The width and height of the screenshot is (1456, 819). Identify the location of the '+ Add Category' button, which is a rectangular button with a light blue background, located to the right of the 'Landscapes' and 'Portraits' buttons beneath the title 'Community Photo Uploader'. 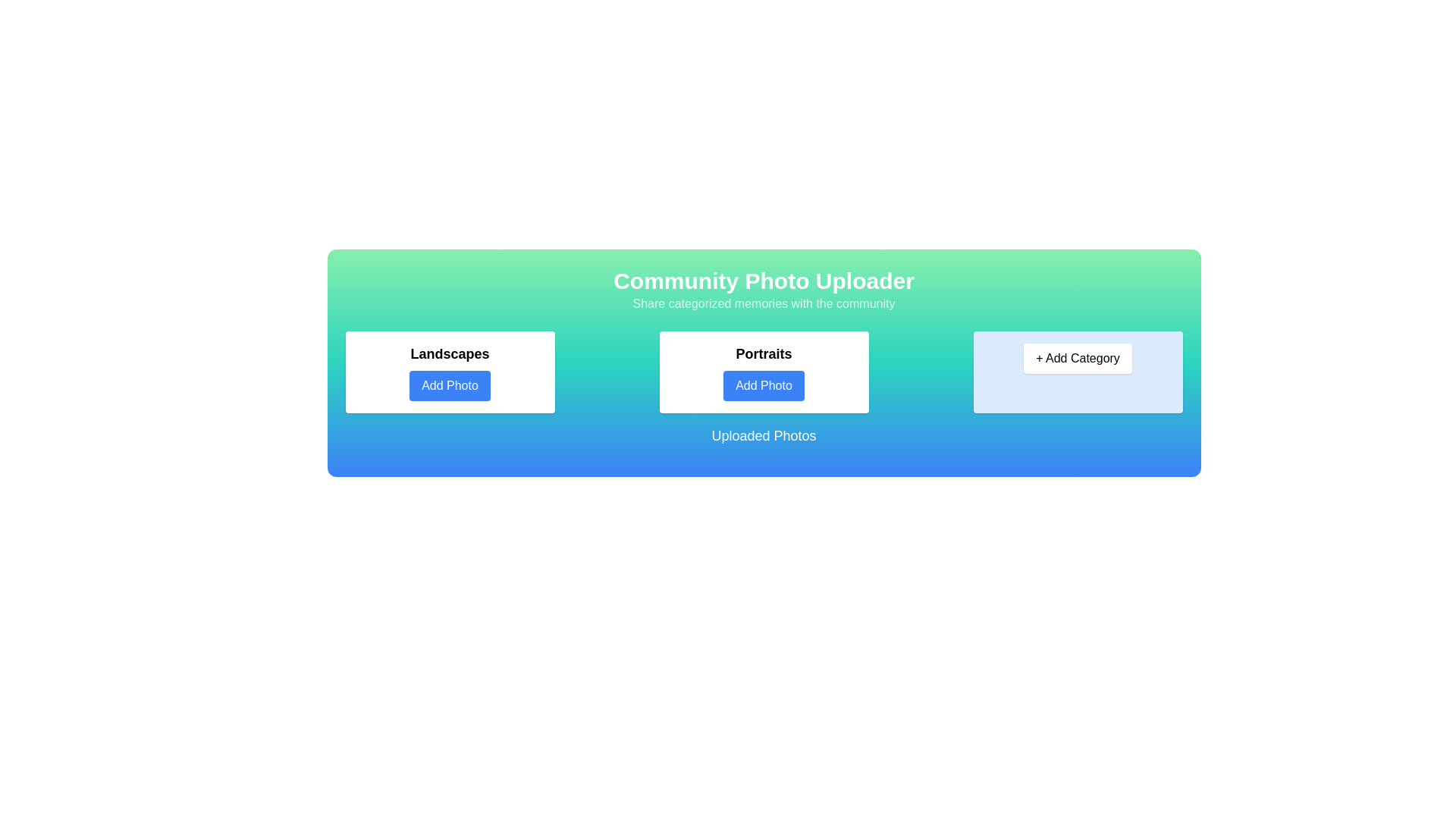
(1077, 372).